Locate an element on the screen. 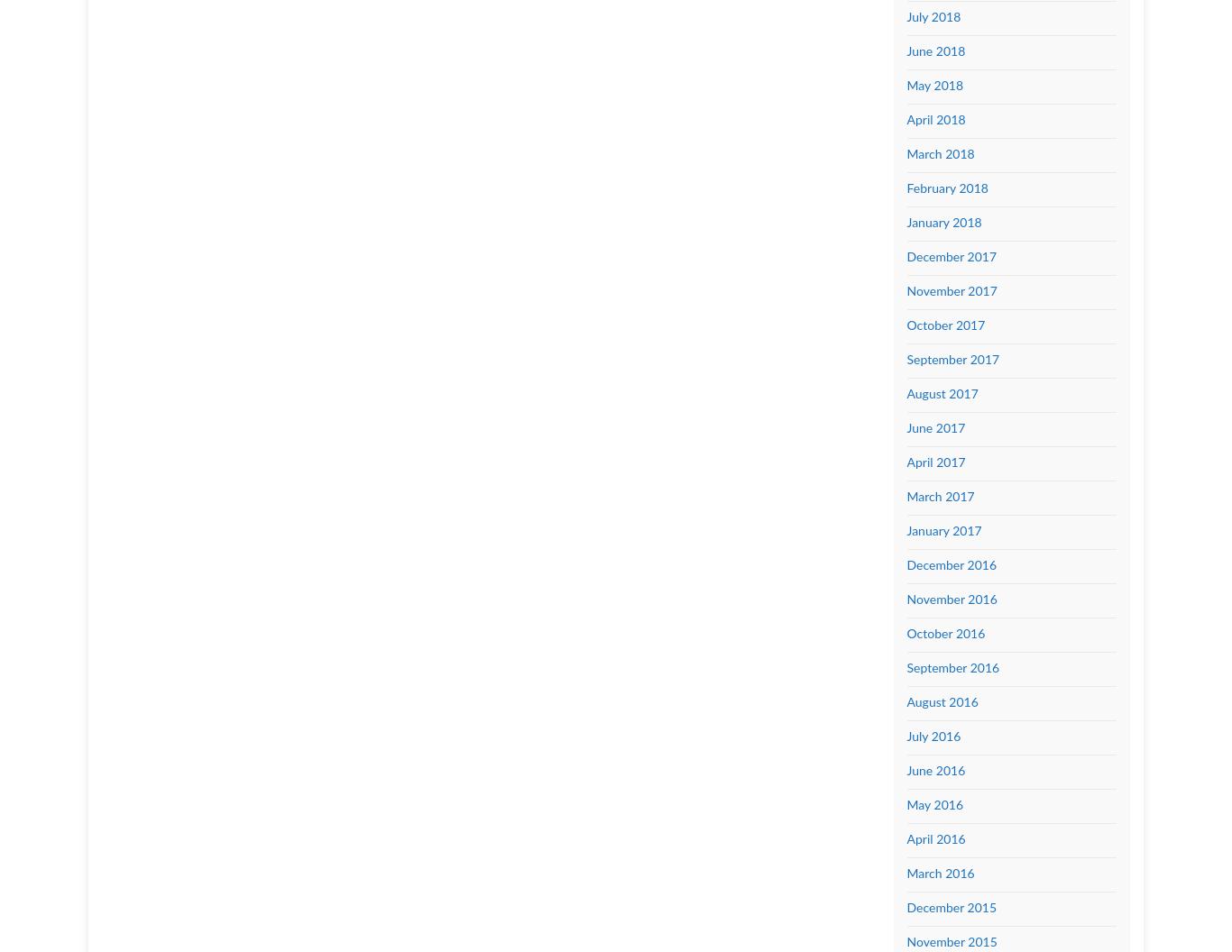 The height and width of the screenshot is (952, 1232). 'June 2018' is located at coordinates (934, 51).